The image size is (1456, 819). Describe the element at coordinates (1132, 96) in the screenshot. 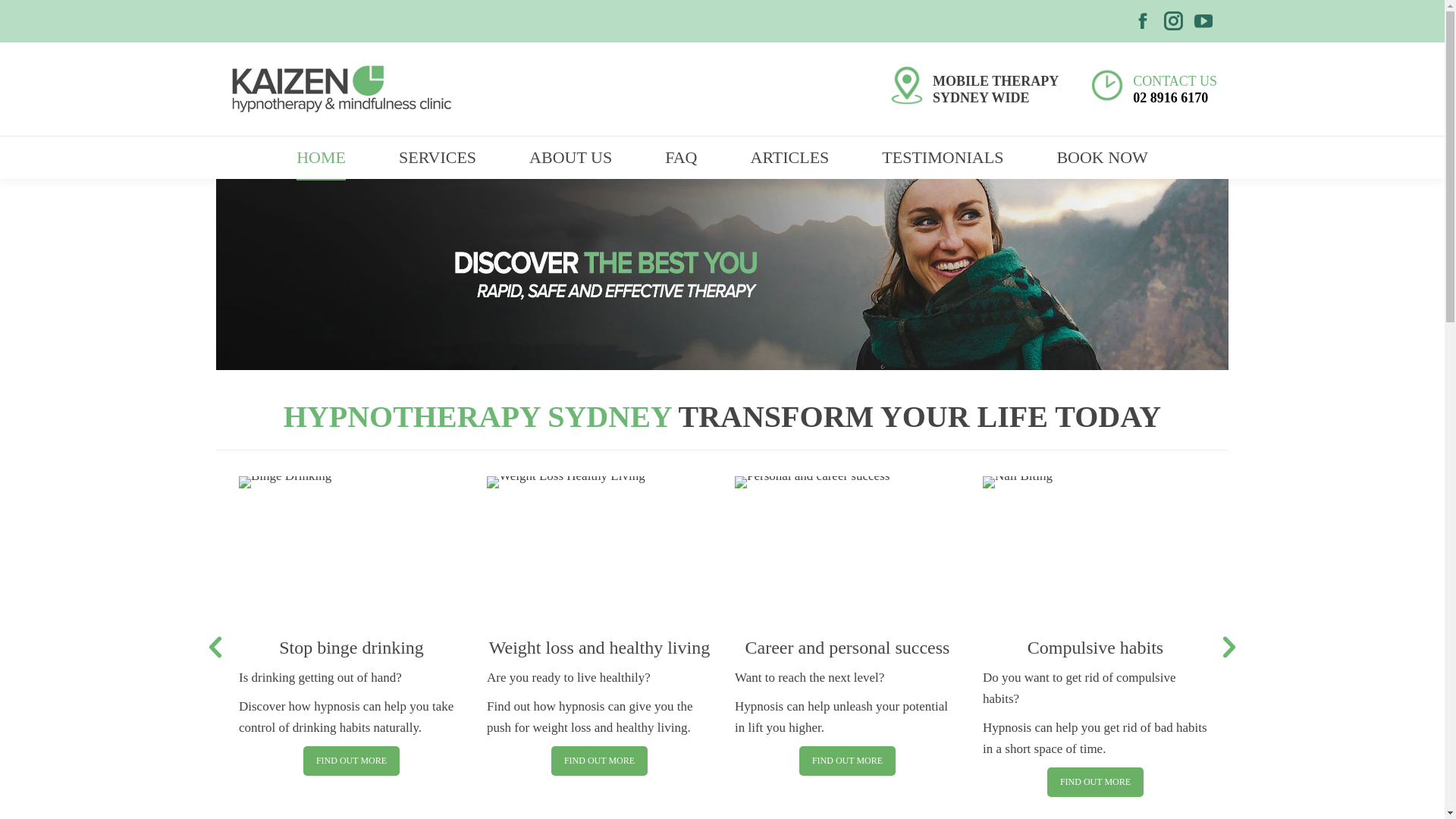

I see `'02 8916 6170'` at that location.